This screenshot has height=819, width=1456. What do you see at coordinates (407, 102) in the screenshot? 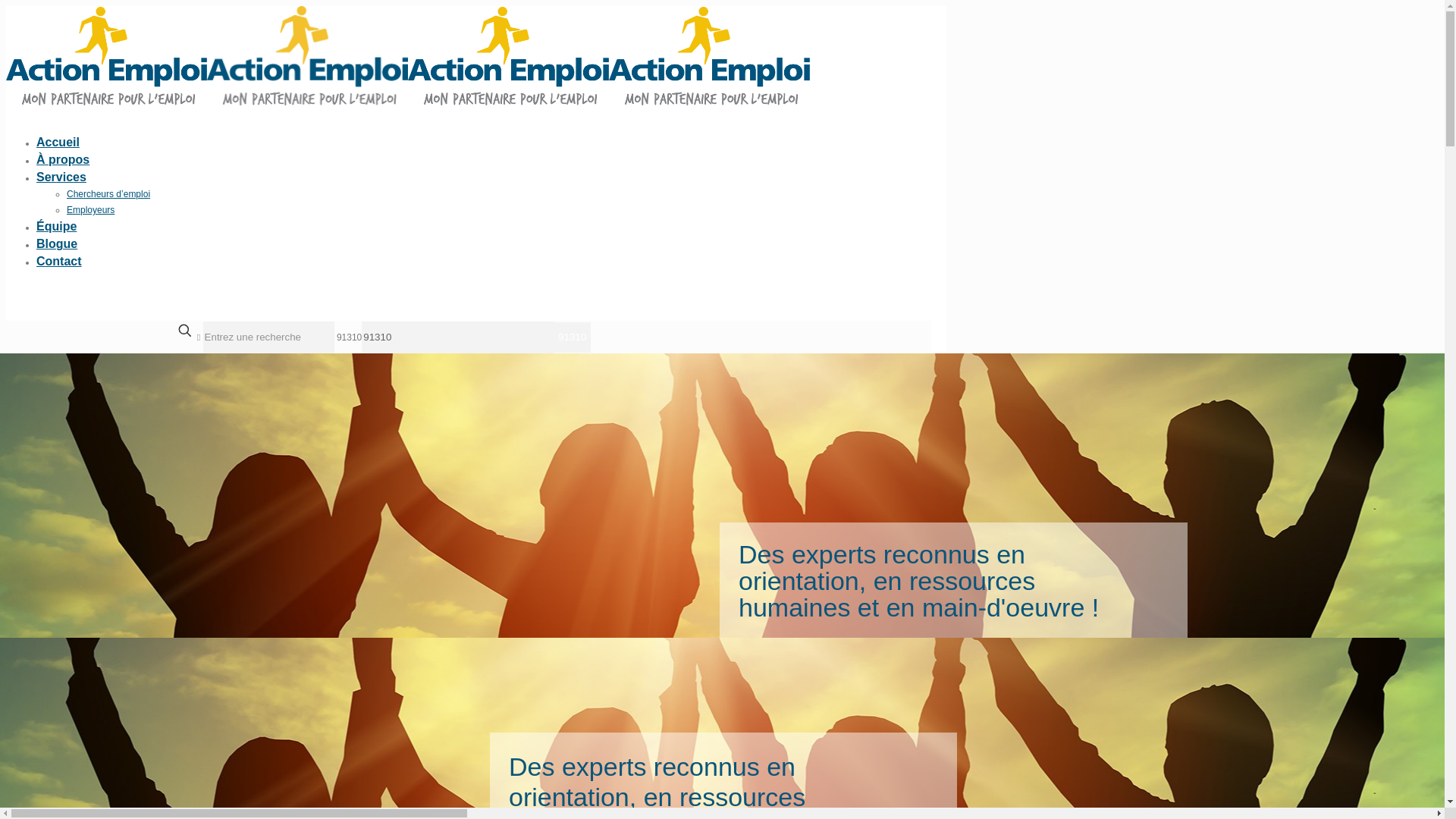
I see `'Action Emploi'` at bounding box center [407, 102].